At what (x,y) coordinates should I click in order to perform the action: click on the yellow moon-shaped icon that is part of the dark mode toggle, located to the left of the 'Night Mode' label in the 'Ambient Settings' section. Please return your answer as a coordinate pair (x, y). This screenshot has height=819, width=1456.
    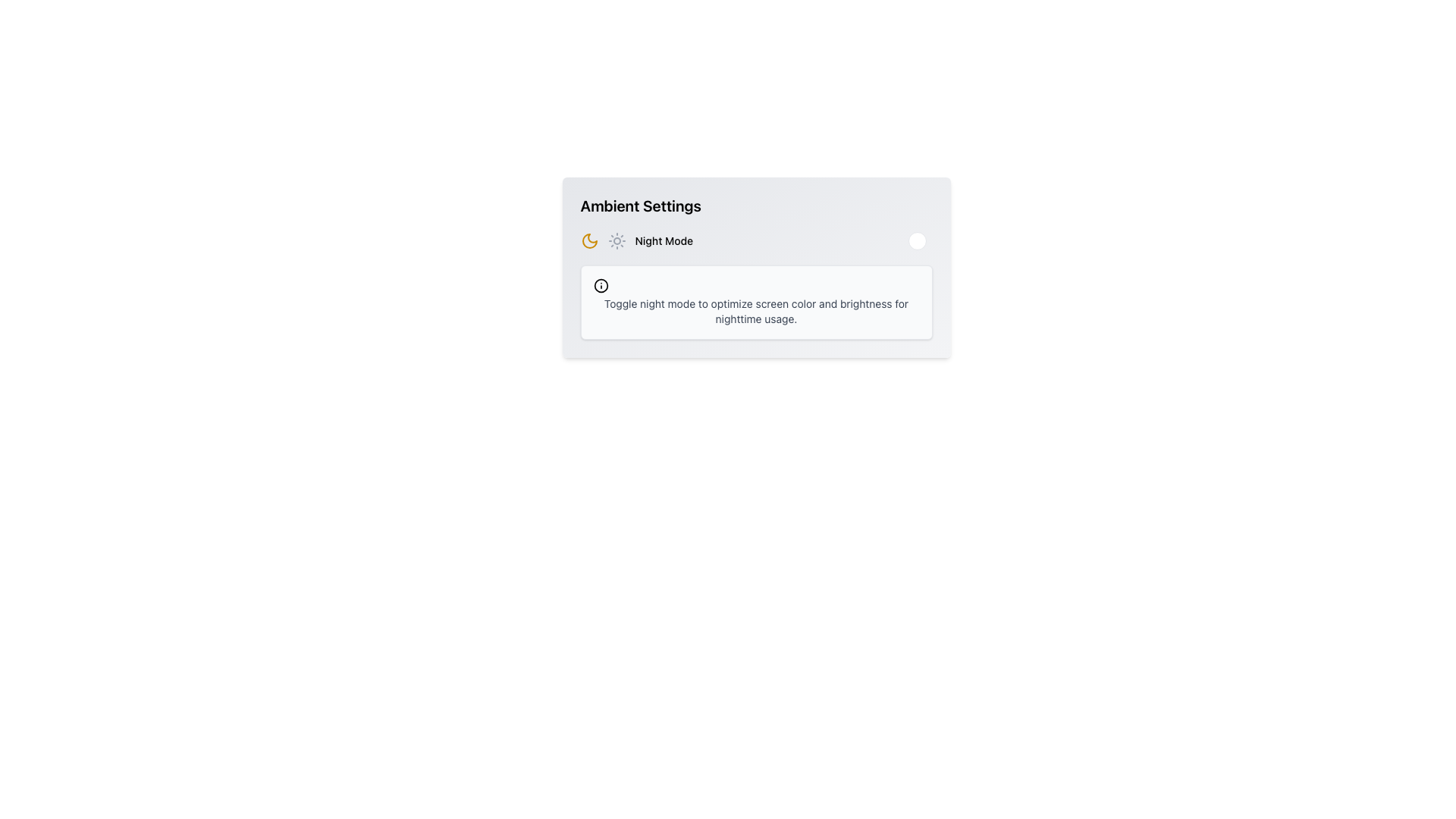
    Looking at the image, I should click on (588, 240).